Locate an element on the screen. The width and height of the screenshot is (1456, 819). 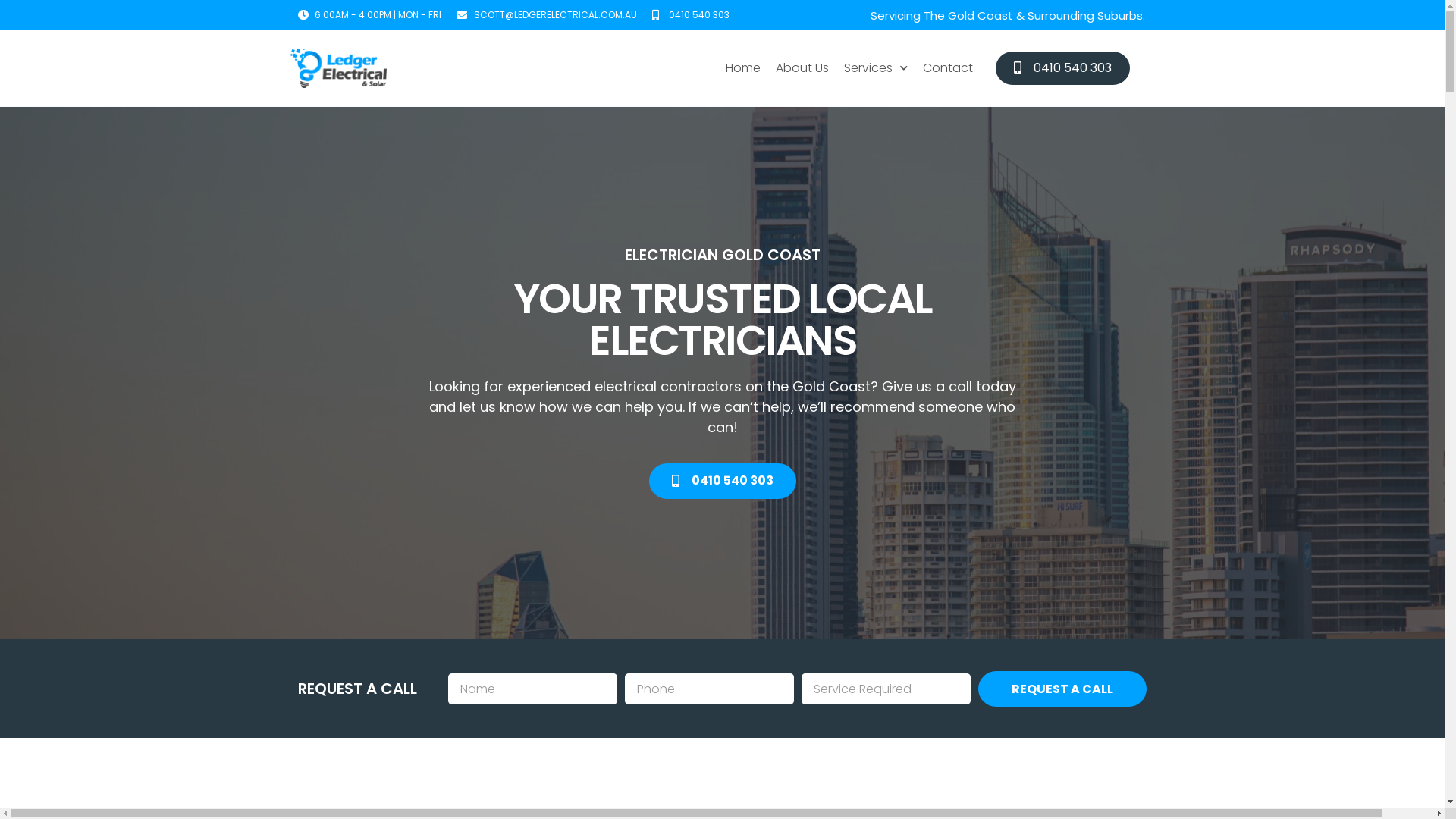
'0410 540 303' is located at coordinates (1062, 67).